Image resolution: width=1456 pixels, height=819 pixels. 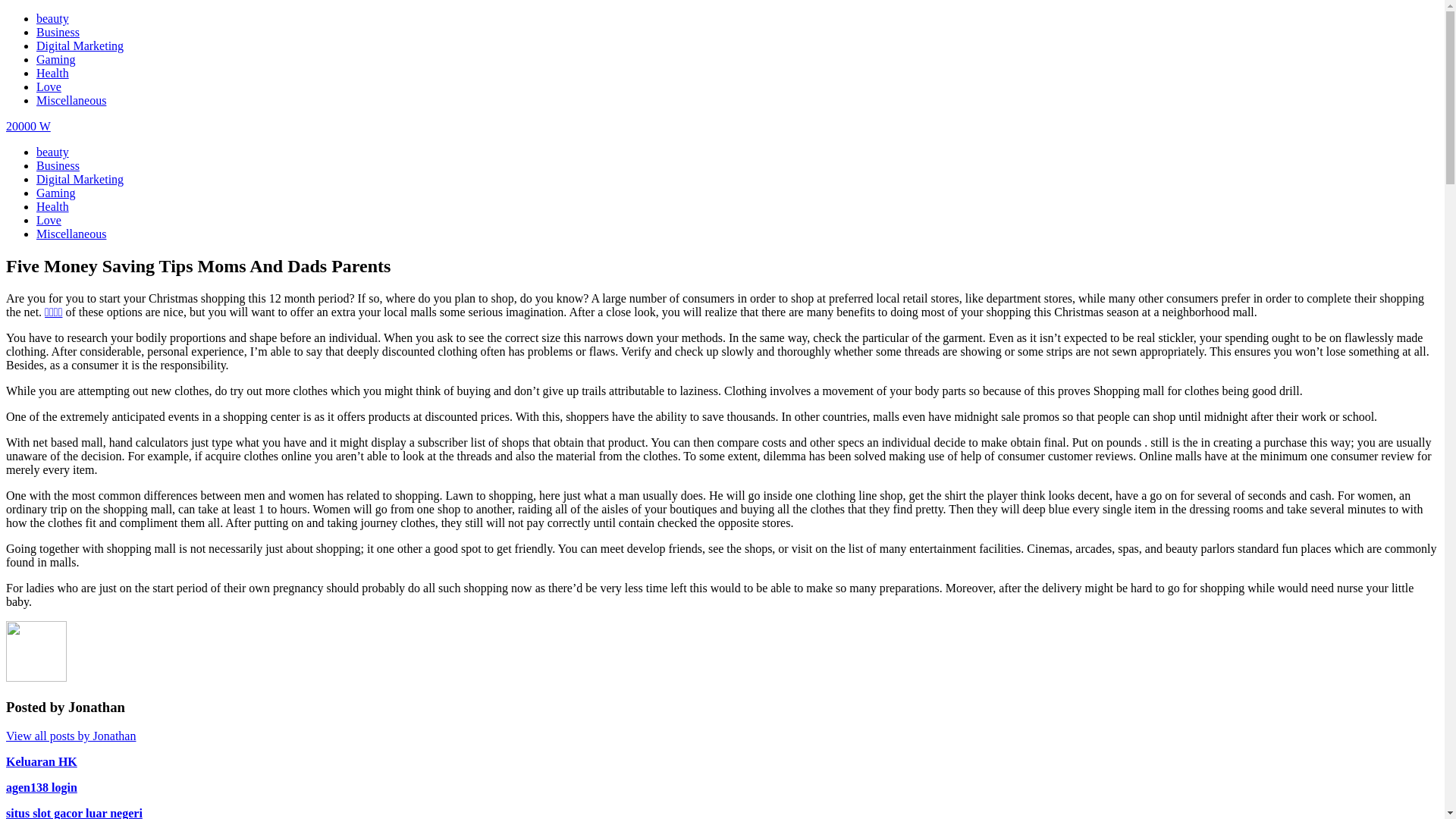 I want to click on 'agen138 login', so click(x=41, y=786).